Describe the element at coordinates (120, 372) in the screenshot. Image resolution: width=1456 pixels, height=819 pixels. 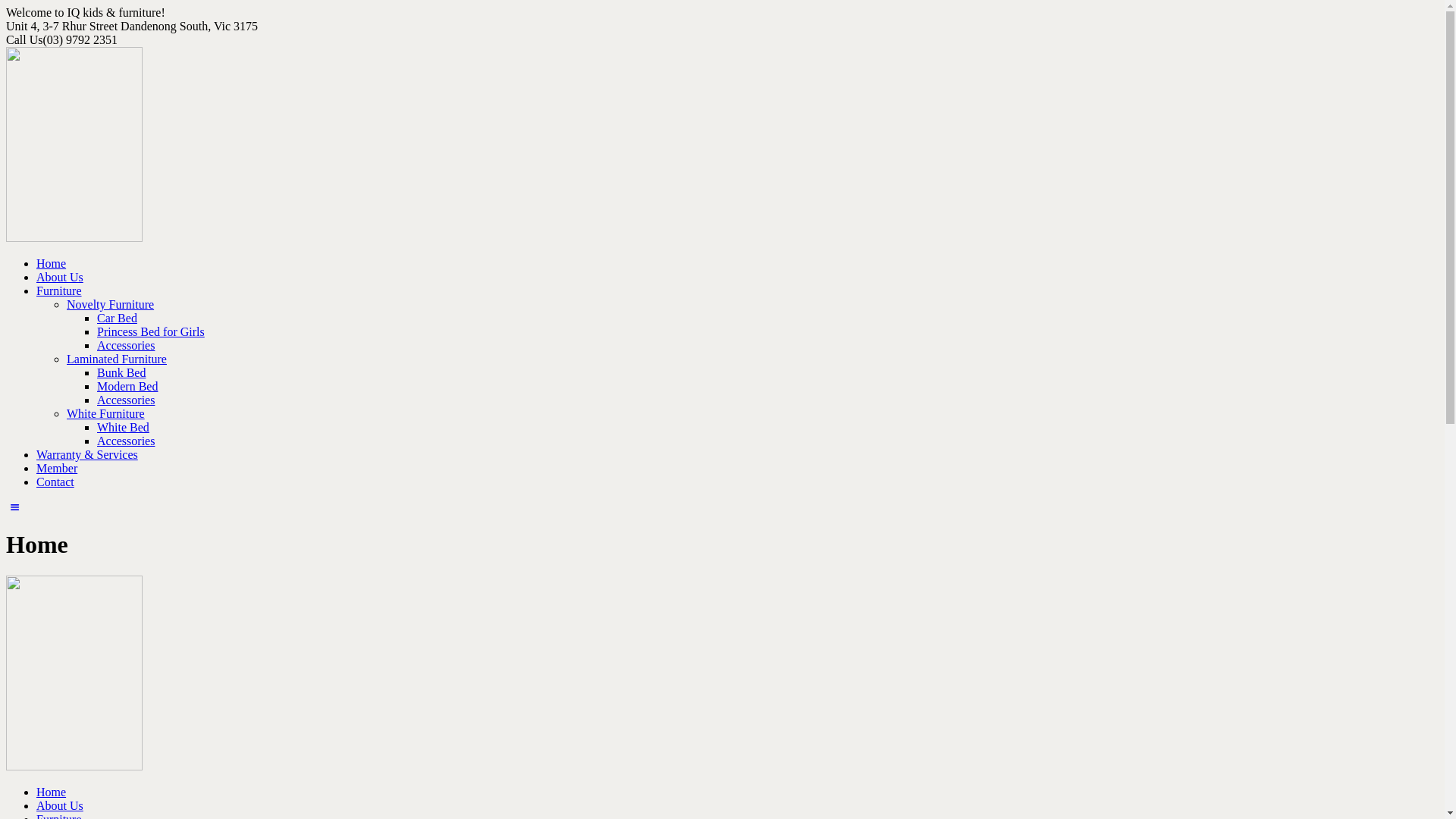
I see `'Bunk Bed'` at that location.